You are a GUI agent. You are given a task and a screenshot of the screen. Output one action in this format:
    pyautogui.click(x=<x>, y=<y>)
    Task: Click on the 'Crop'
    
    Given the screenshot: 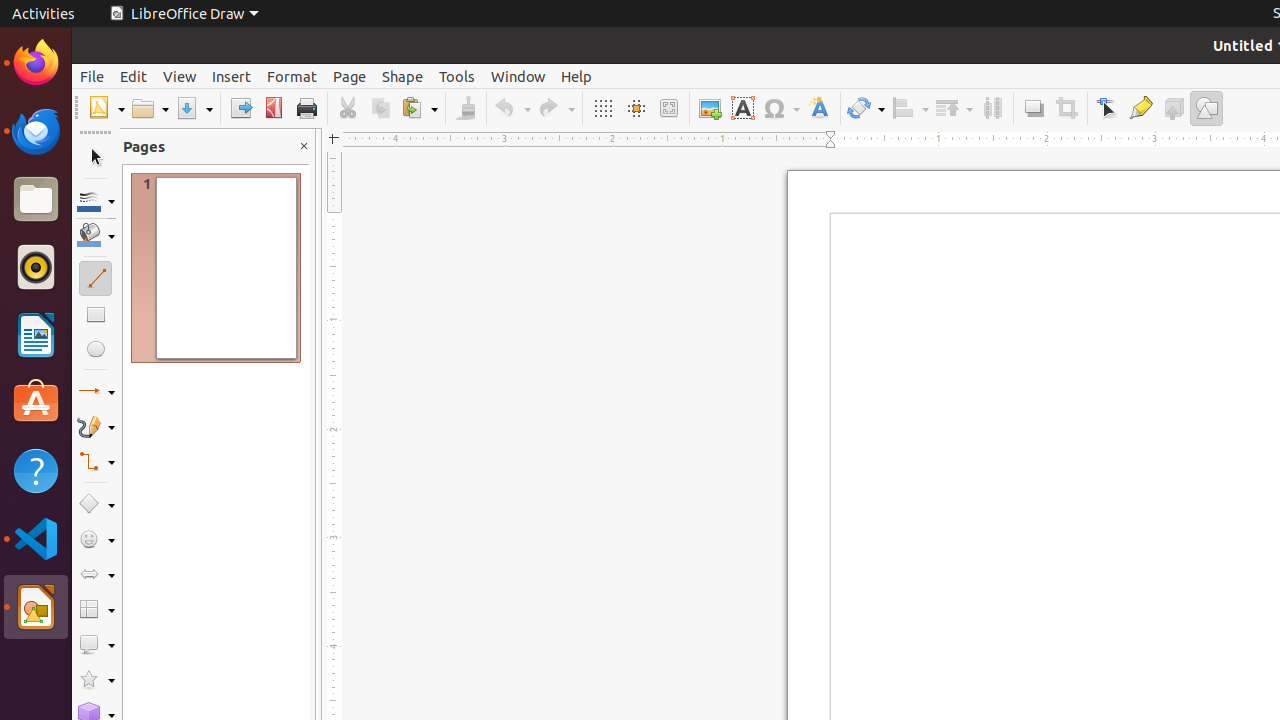 What is the action you would take?
    pyautogui.click(x=1065, y=108)
    